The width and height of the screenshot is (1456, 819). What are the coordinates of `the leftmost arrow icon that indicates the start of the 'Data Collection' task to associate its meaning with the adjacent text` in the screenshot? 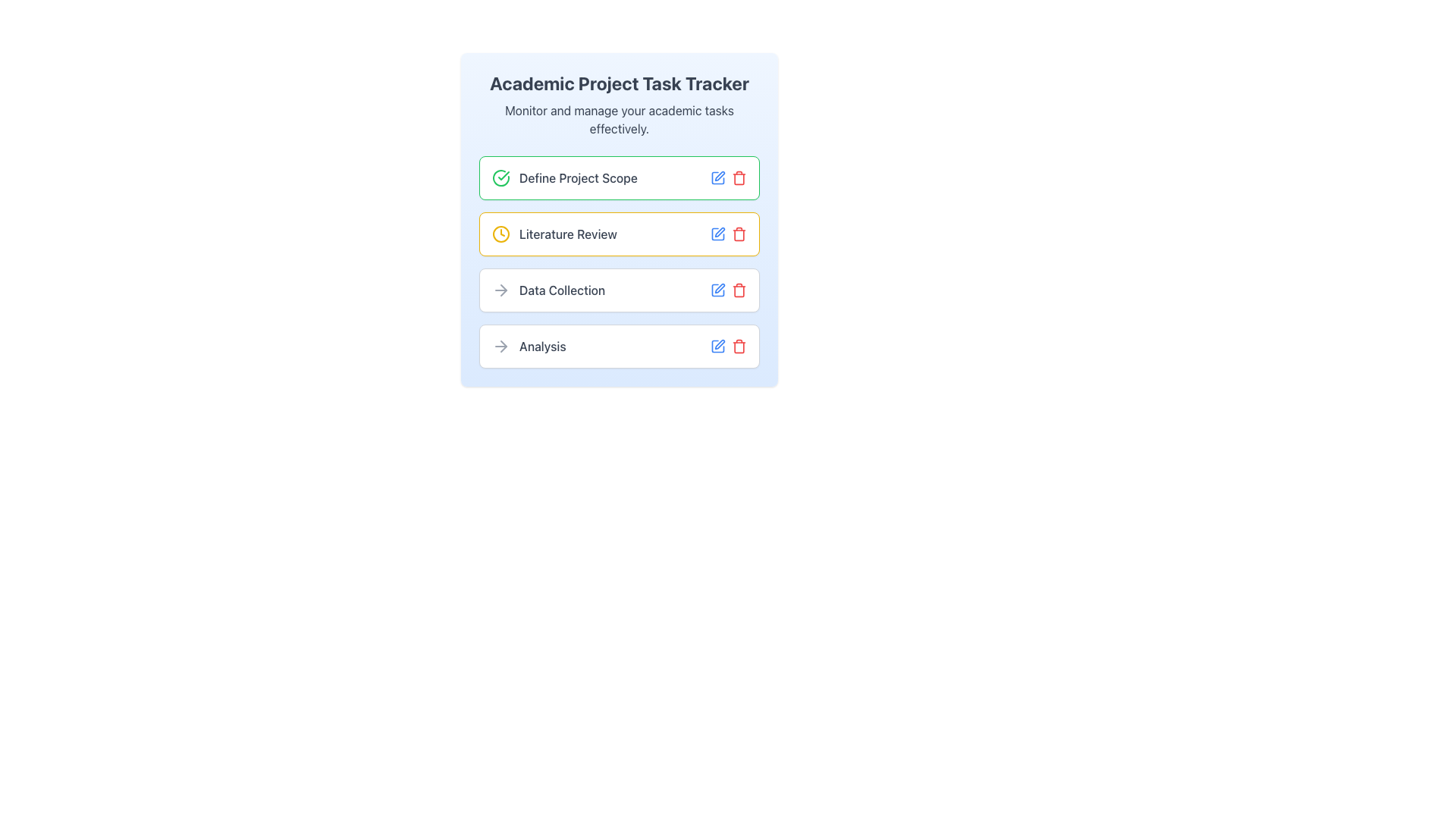 It's located at (501, 290).